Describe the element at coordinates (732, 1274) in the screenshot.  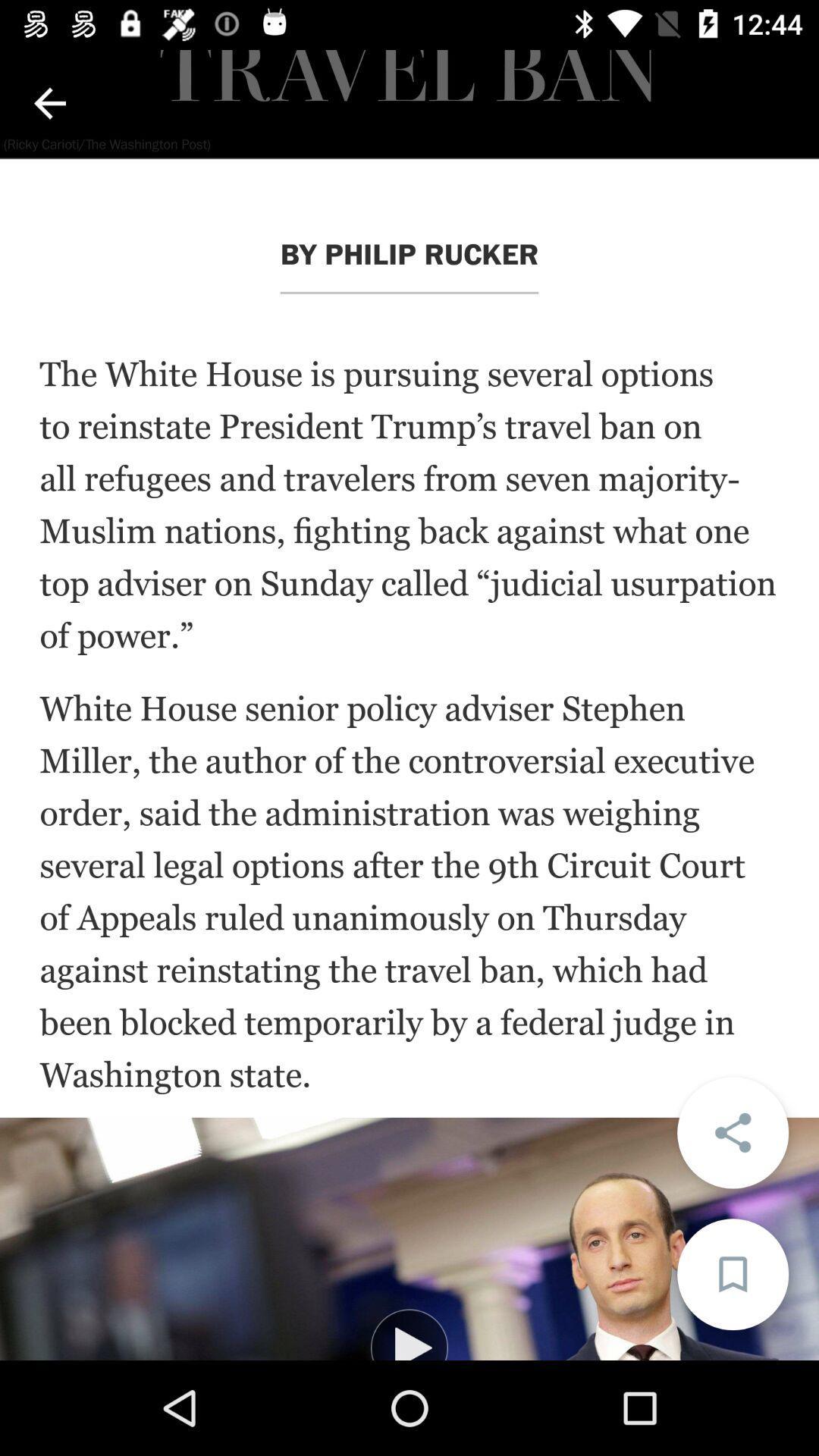
I see `the bookmark icon` at that location.